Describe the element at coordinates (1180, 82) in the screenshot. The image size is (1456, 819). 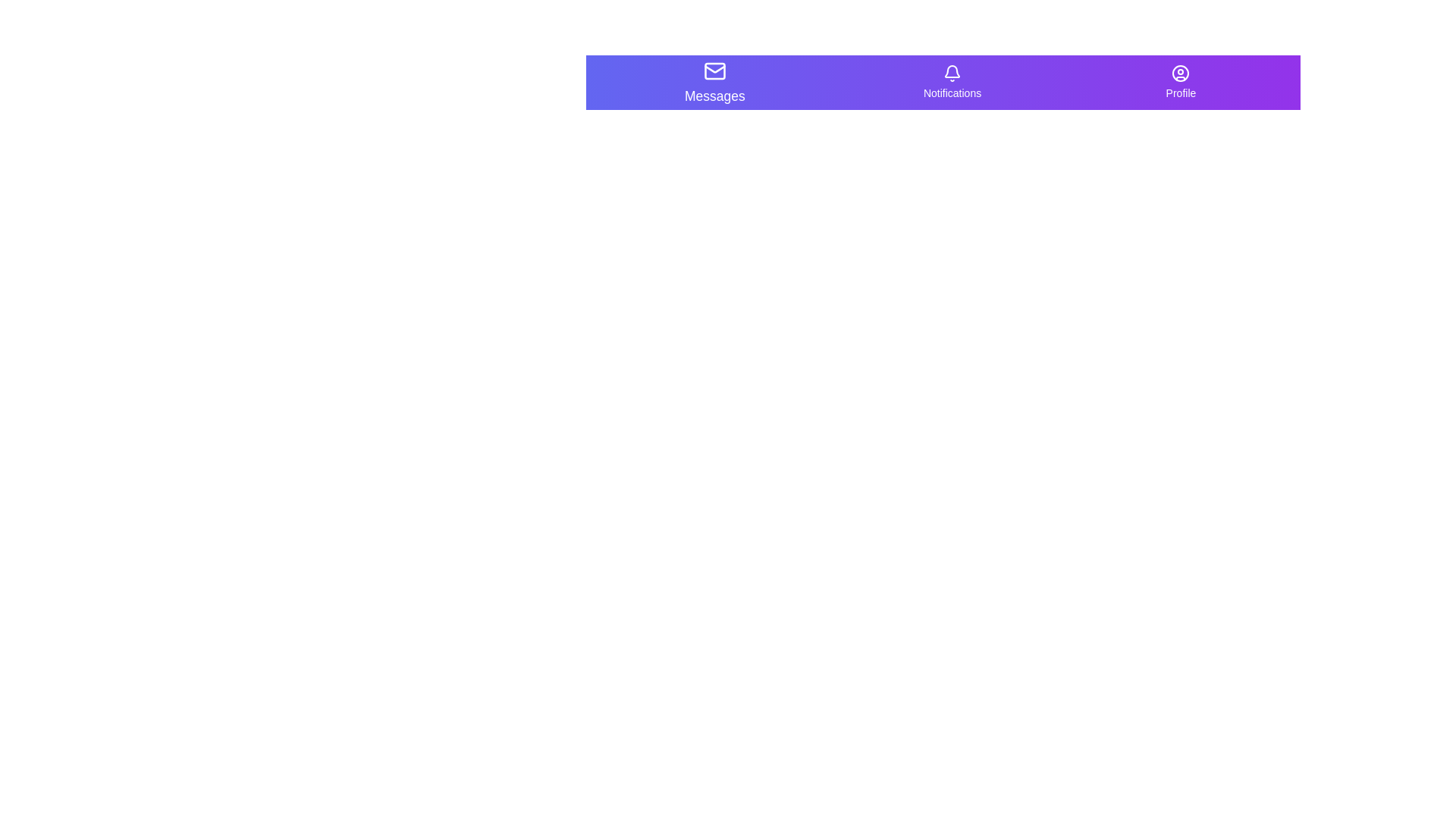
I see `the navigation item Profile` at that location.